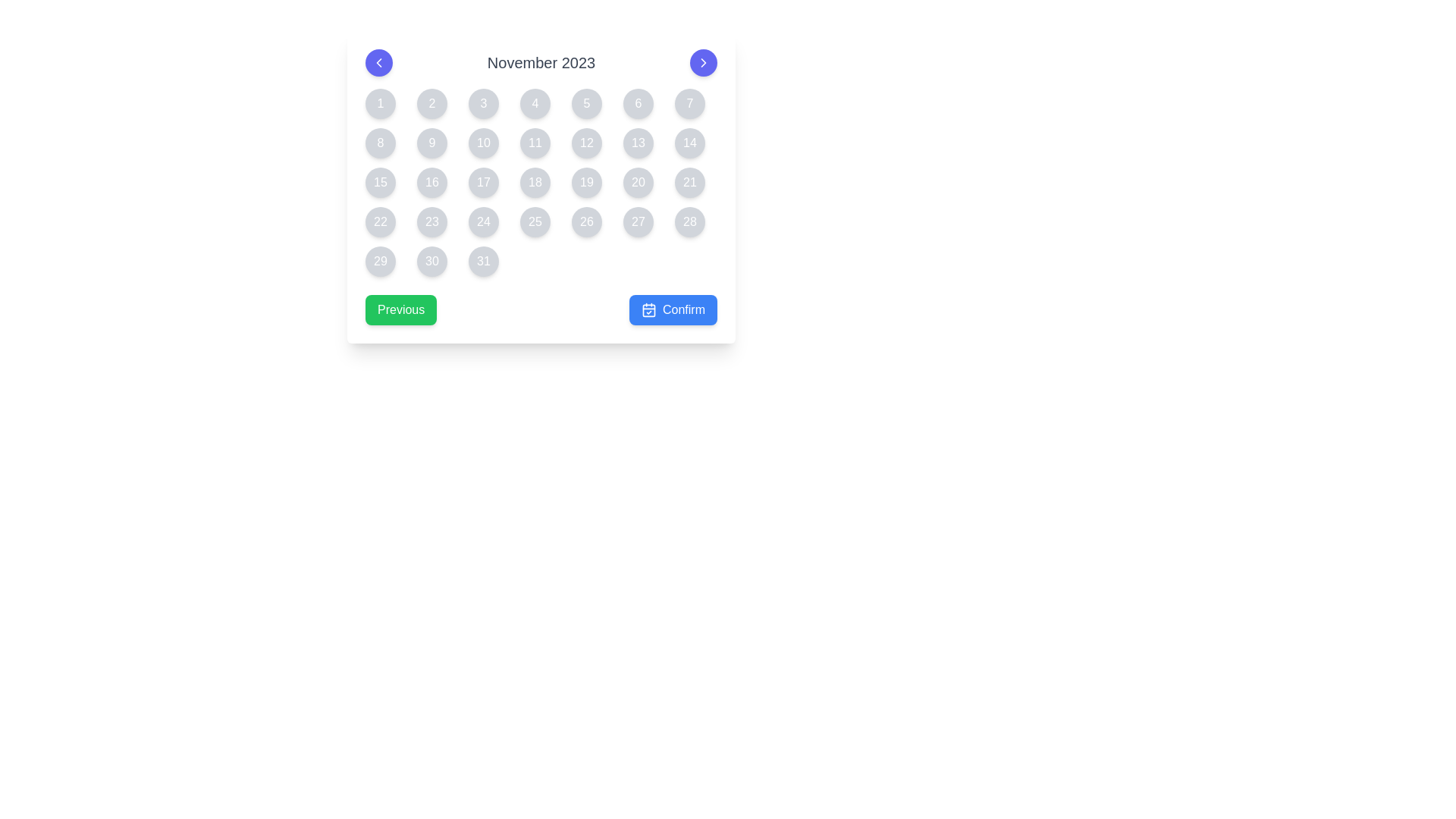 The image size is (1456, 819). Describe the element at coordinates (689, 222) in the screenshot. I see `the circular button labeled '28' in the calendar grid` at that location.